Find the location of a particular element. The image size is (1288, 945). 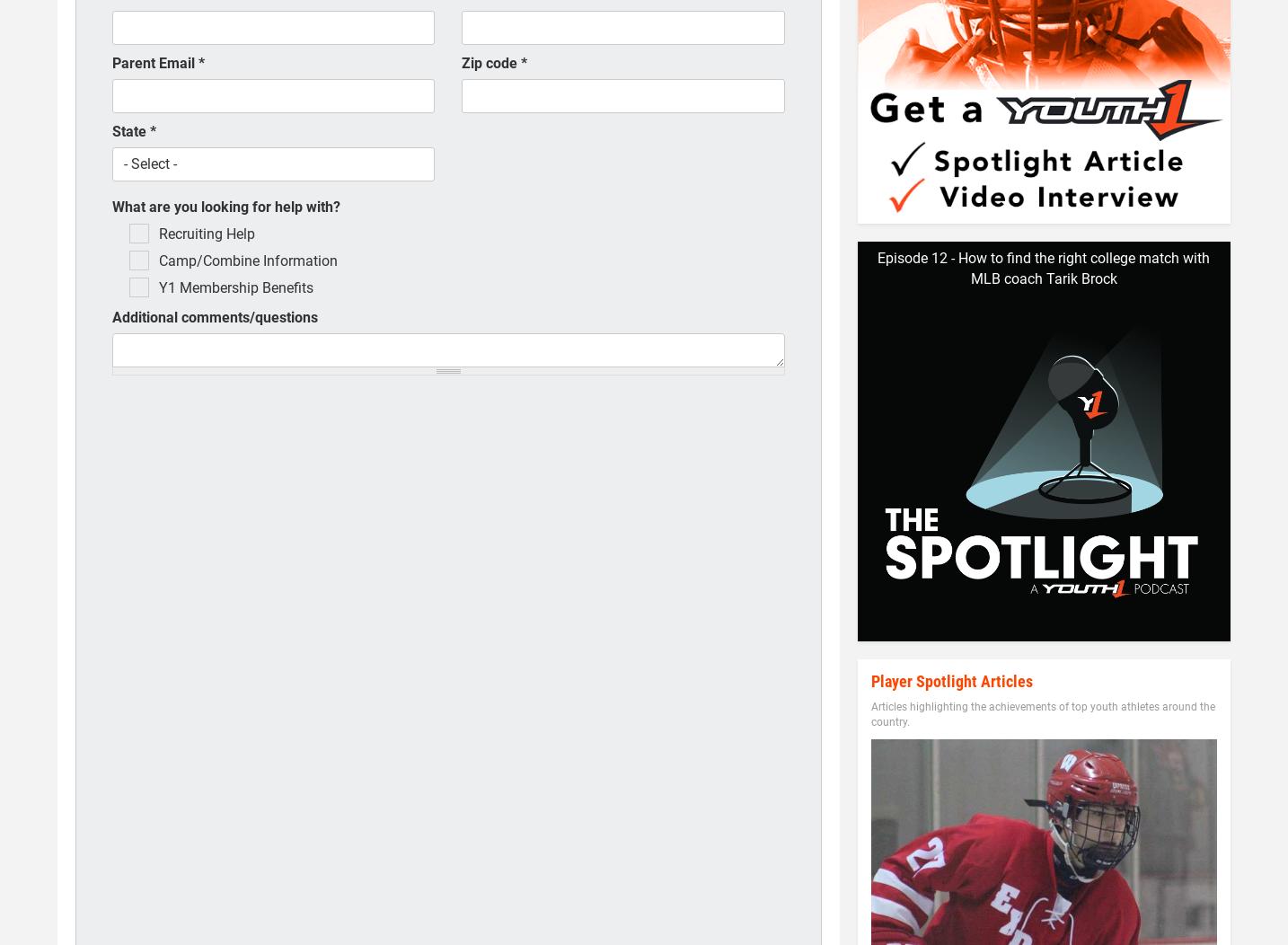

'Recruiting Help' is located at coordinates (207, 233).